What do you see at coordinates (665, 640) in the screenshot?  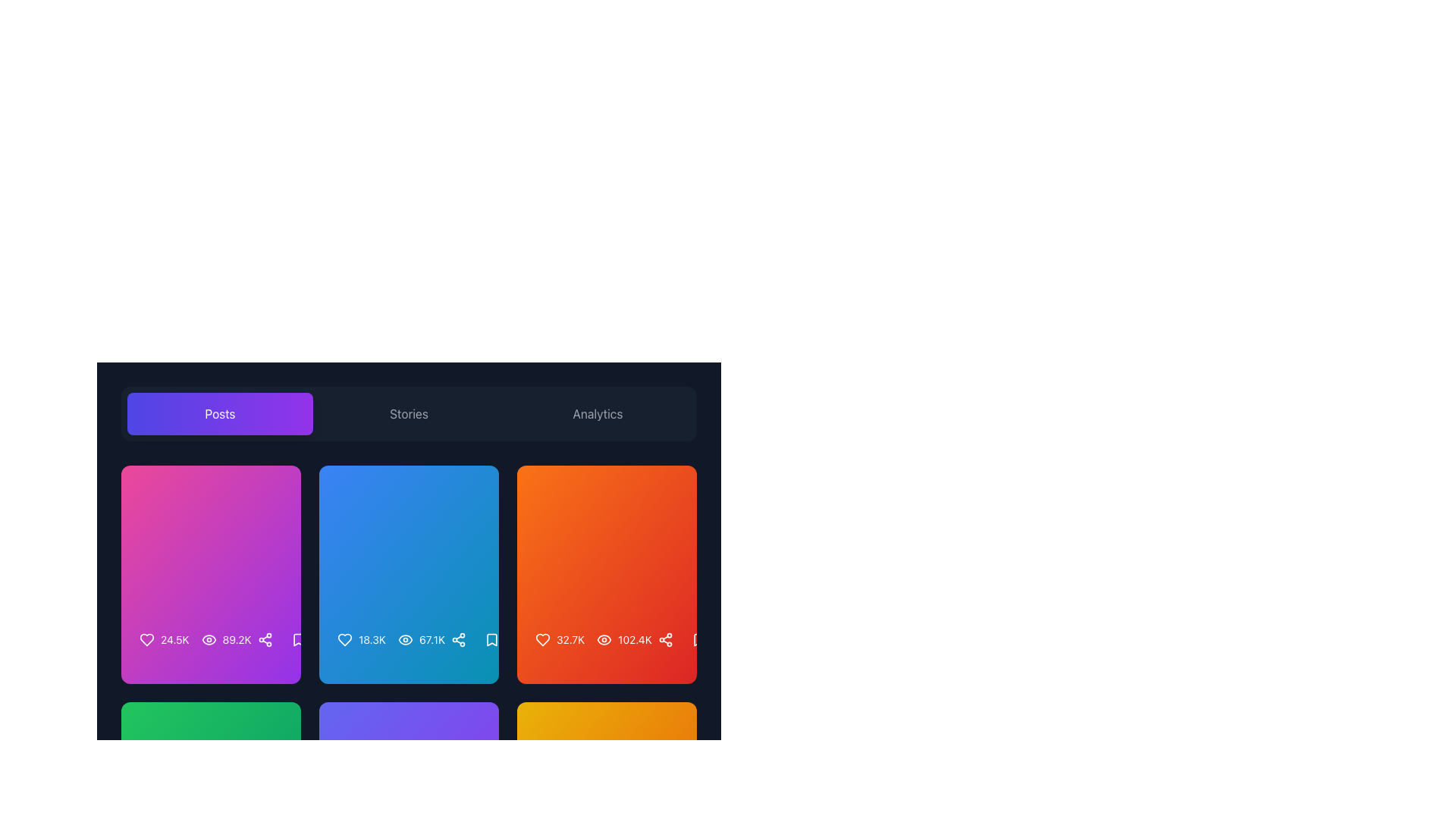 I see `the leftmost circular button with a share icon, which is styled with a hover effect that changes its background to semi-transparent white, located at the bottom-right corner of an orange gradient card` at bounding box center [665, 640].